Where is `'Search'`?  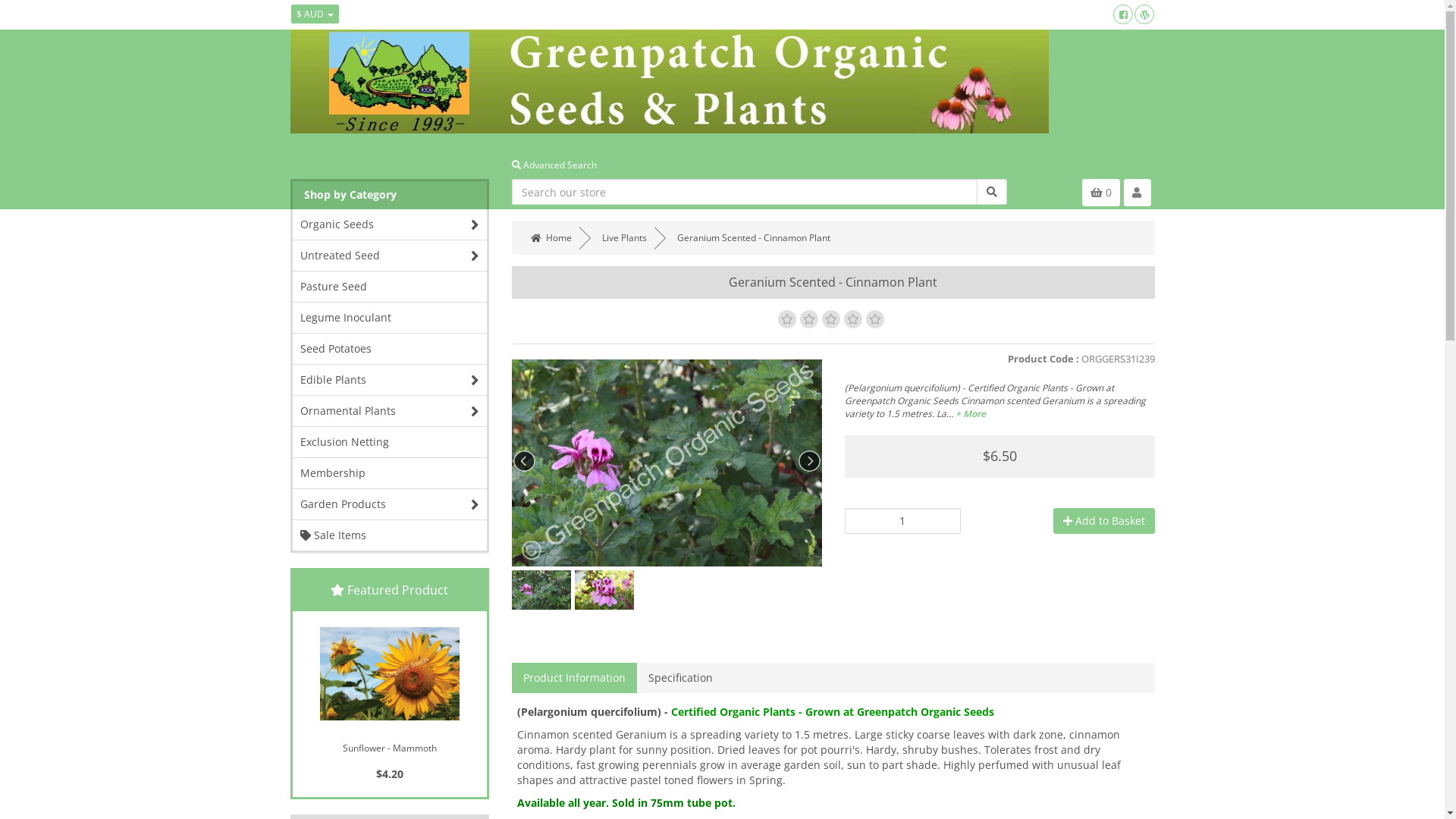 'Search' is located at coordinates (991, 191).